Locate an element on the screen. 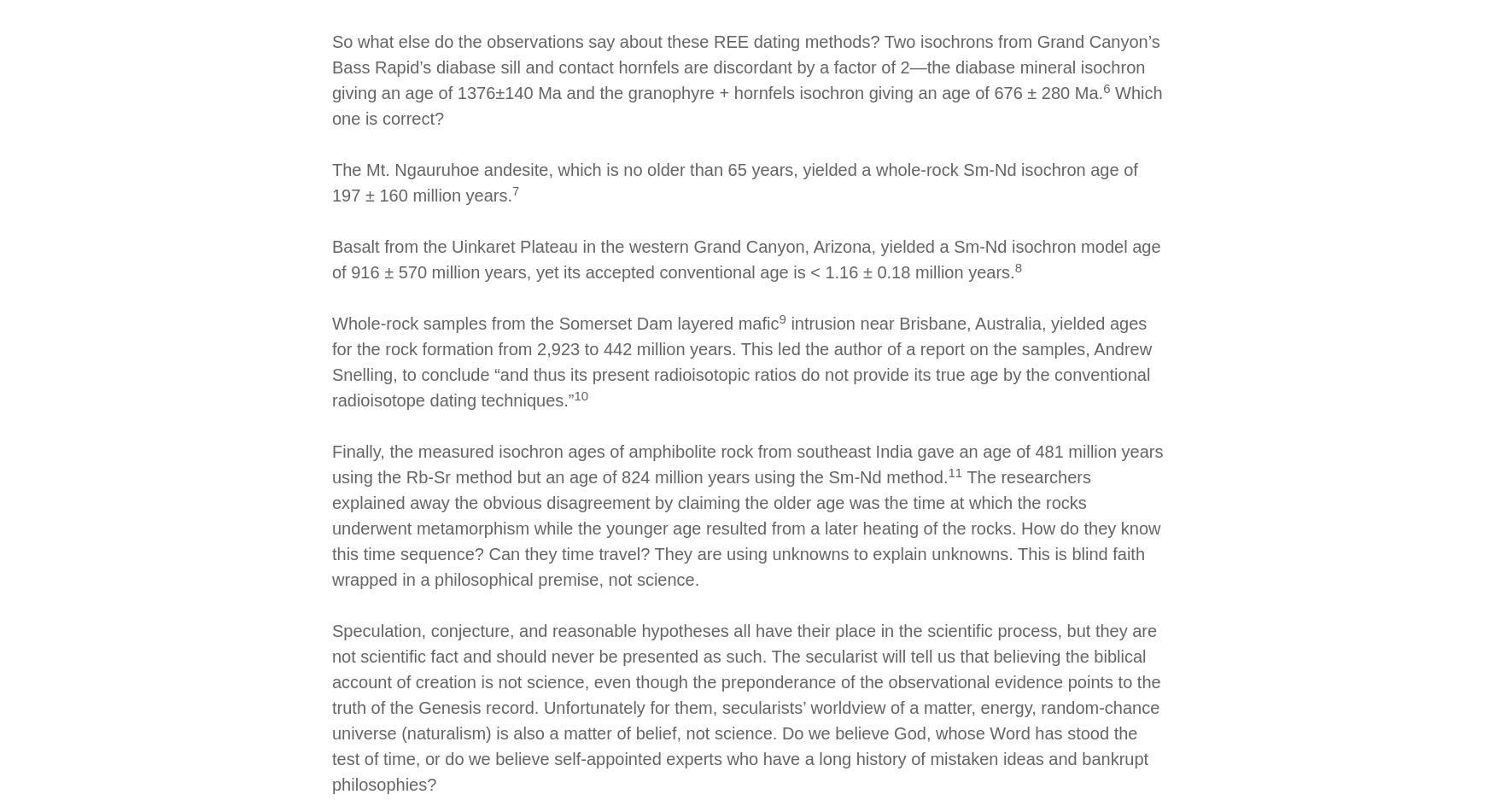 The width and height of the screenshot is (1501, 812). 'The Mt. Ngauruhoe andesite, which is no older than 65 years, yielded a whole-rock Sm-Nd isochron age of 197 ± 160 million years.' is located at coordinates (332, 182).